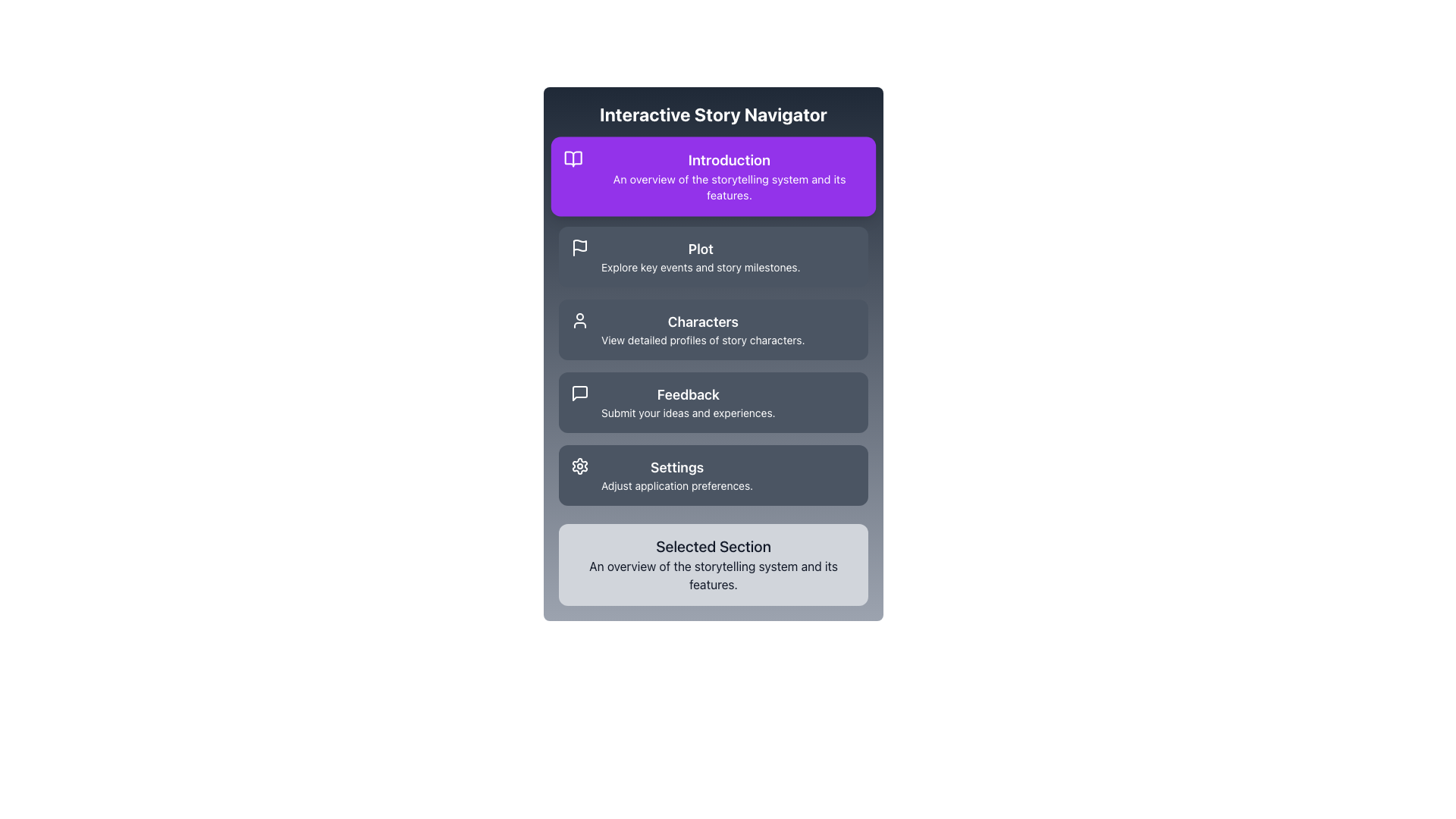  Describe the element at coordinates (579, 393) in the screenshot. I see `the speech bubble icon located to the left of the 'Feedback' text label in the fourth interactive item of the vertical navigation menu` at that location.